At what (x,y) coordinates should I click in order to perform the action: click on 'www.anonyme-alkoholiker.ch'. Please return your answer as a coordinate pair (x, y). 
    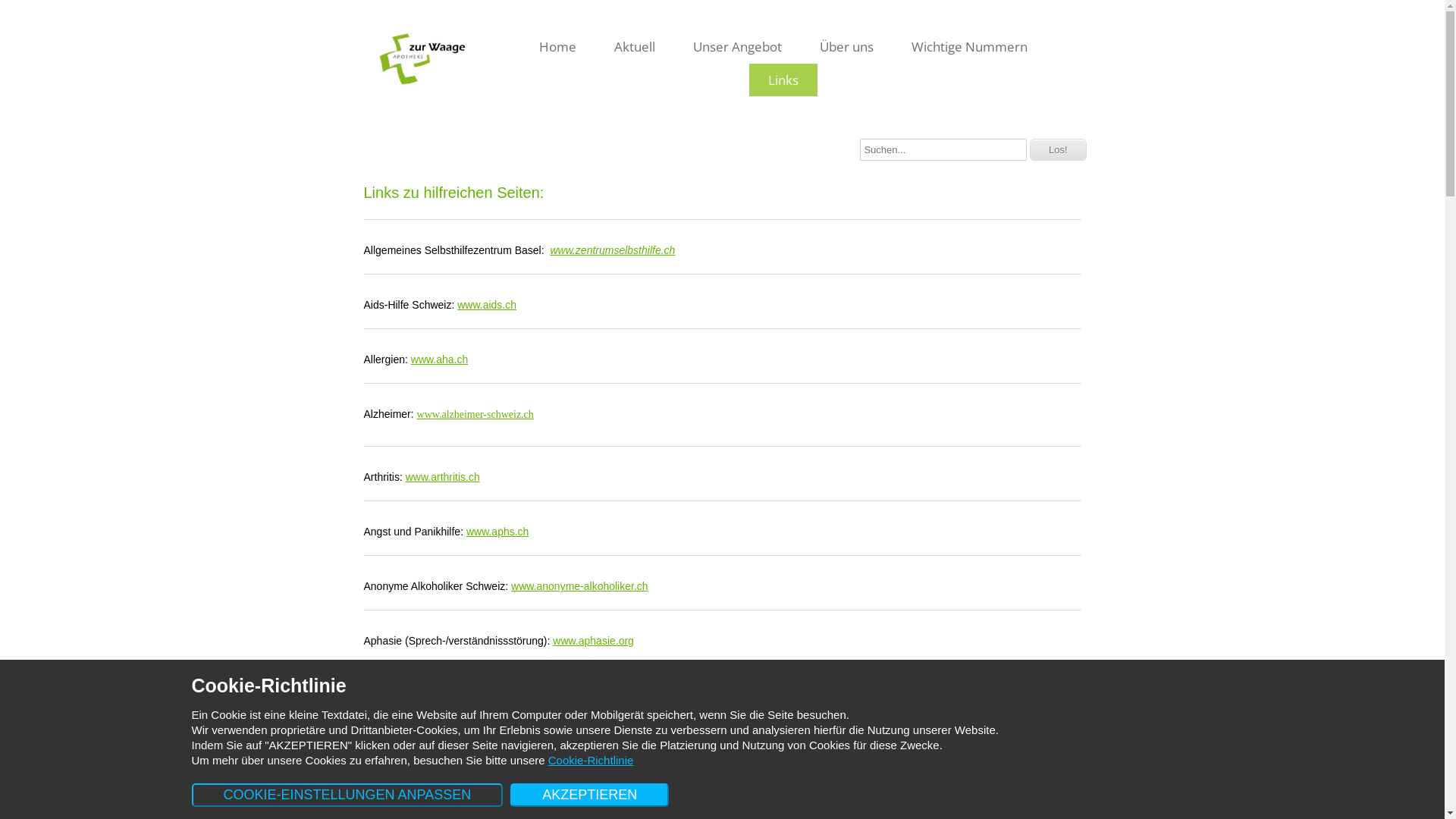
    Looking at the image, I should click on (579, 585).